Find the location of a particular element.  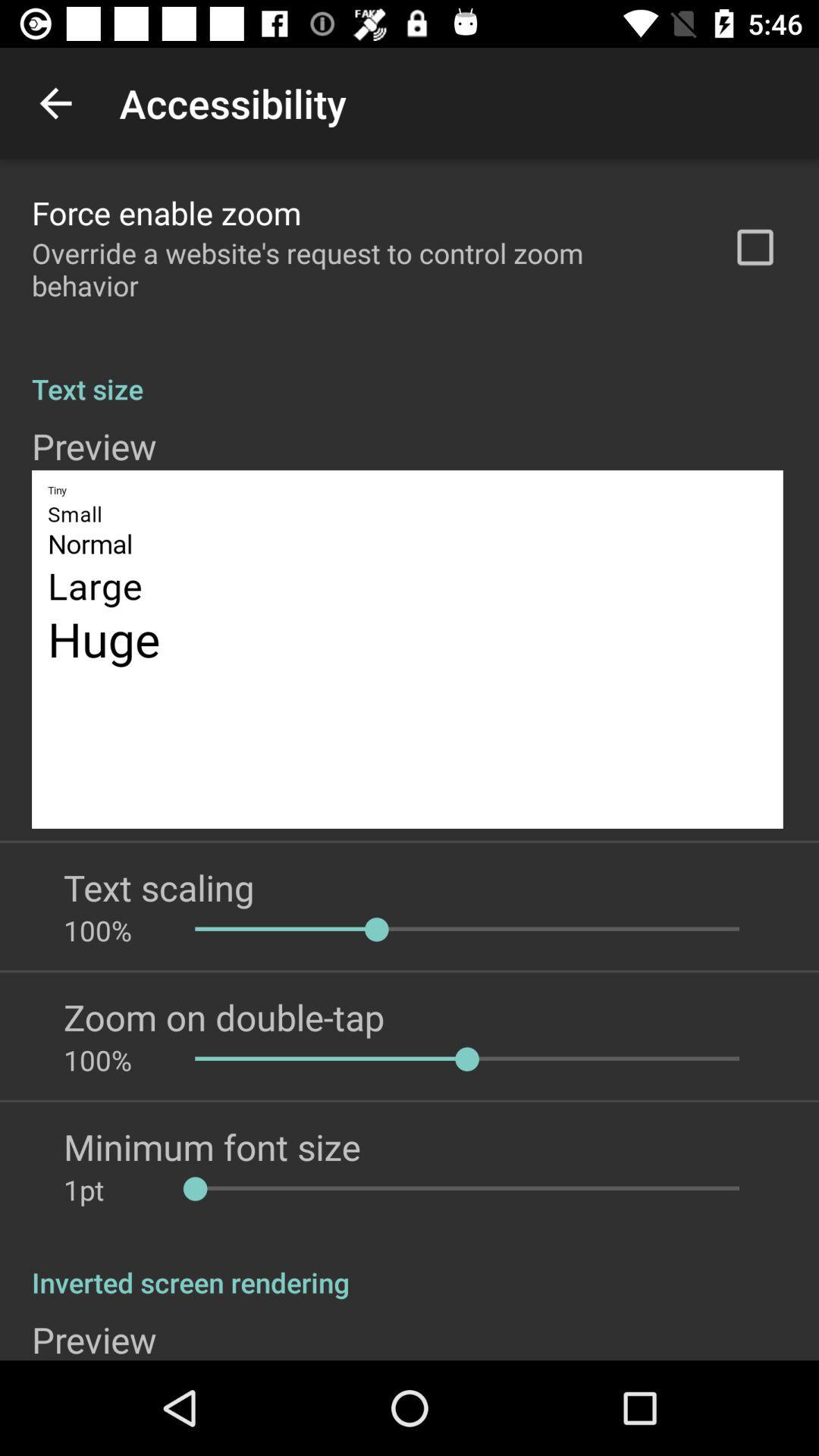

the icon next to the accessibility is located at coordinates (55, 102).